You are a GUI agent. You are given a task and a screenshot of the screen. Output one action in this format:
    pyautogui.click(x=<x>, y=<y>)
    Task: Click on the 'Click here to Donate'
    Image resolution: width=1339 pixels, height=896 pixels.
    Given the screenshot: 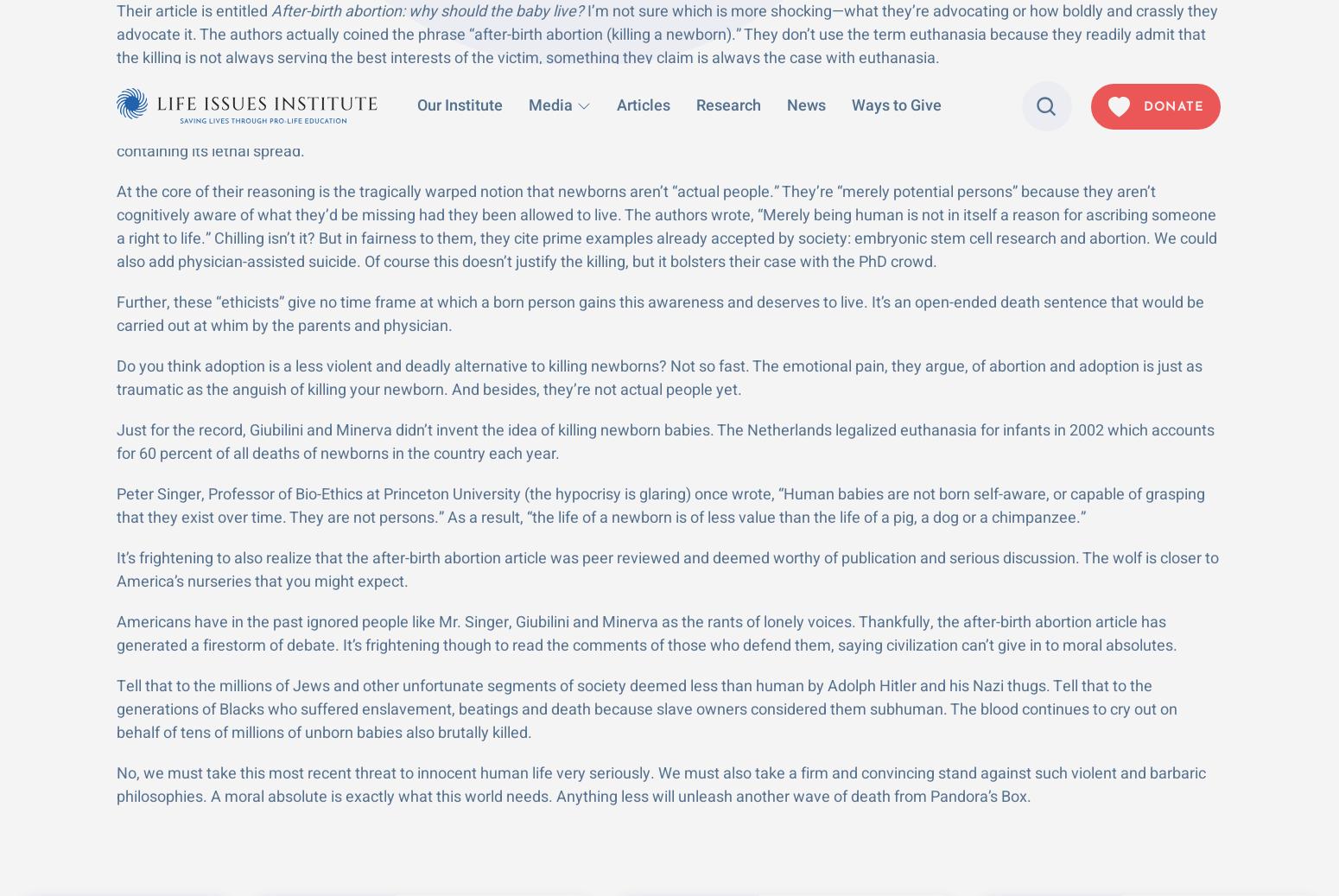 What is the action you would take?
    pyautogui.click(x=1112, y=449)
    